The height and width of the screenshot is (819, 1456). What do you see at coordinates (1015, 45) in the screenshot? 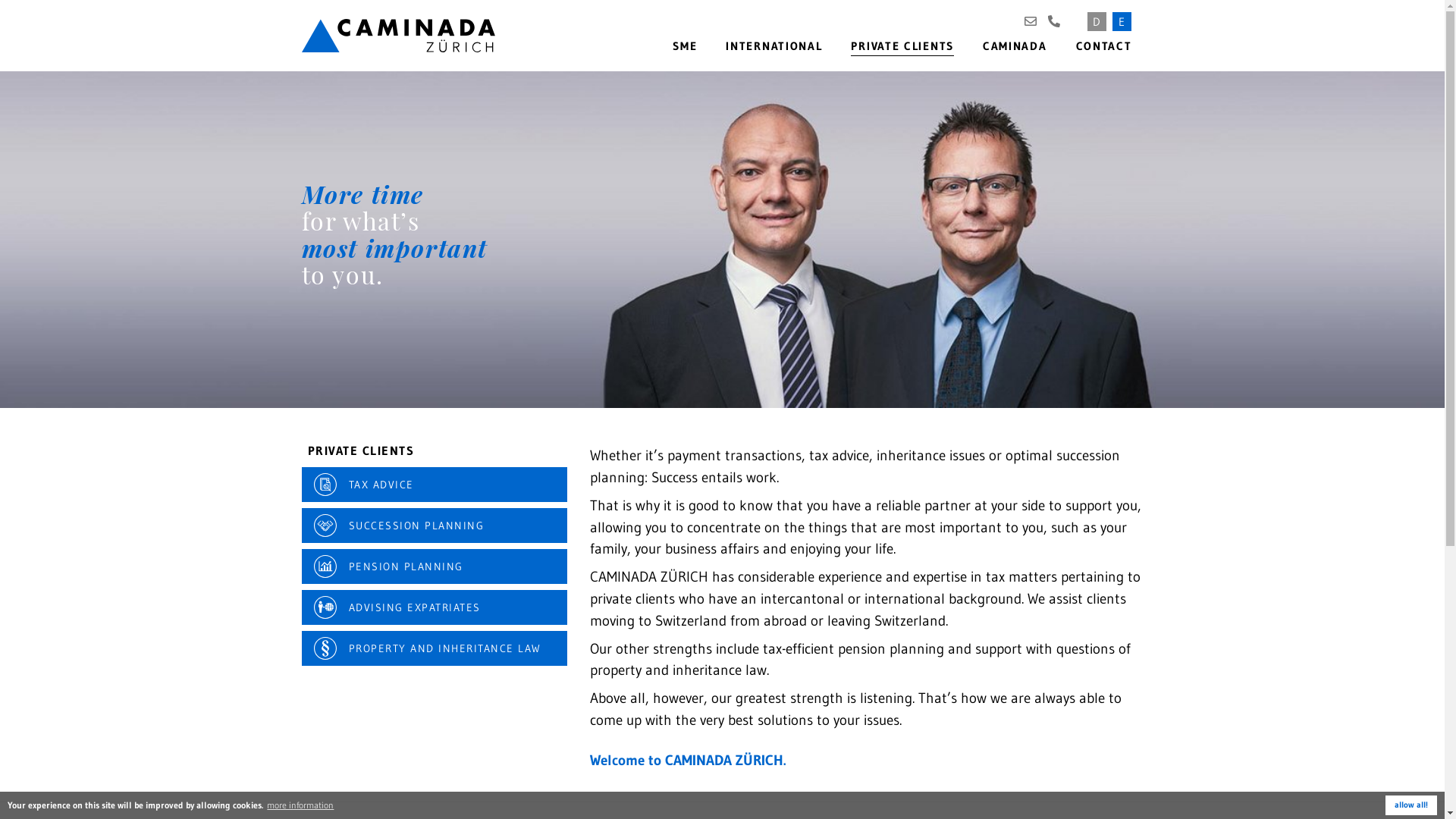
I see `'CAMINADA'` at bounding box center [1015, 45].